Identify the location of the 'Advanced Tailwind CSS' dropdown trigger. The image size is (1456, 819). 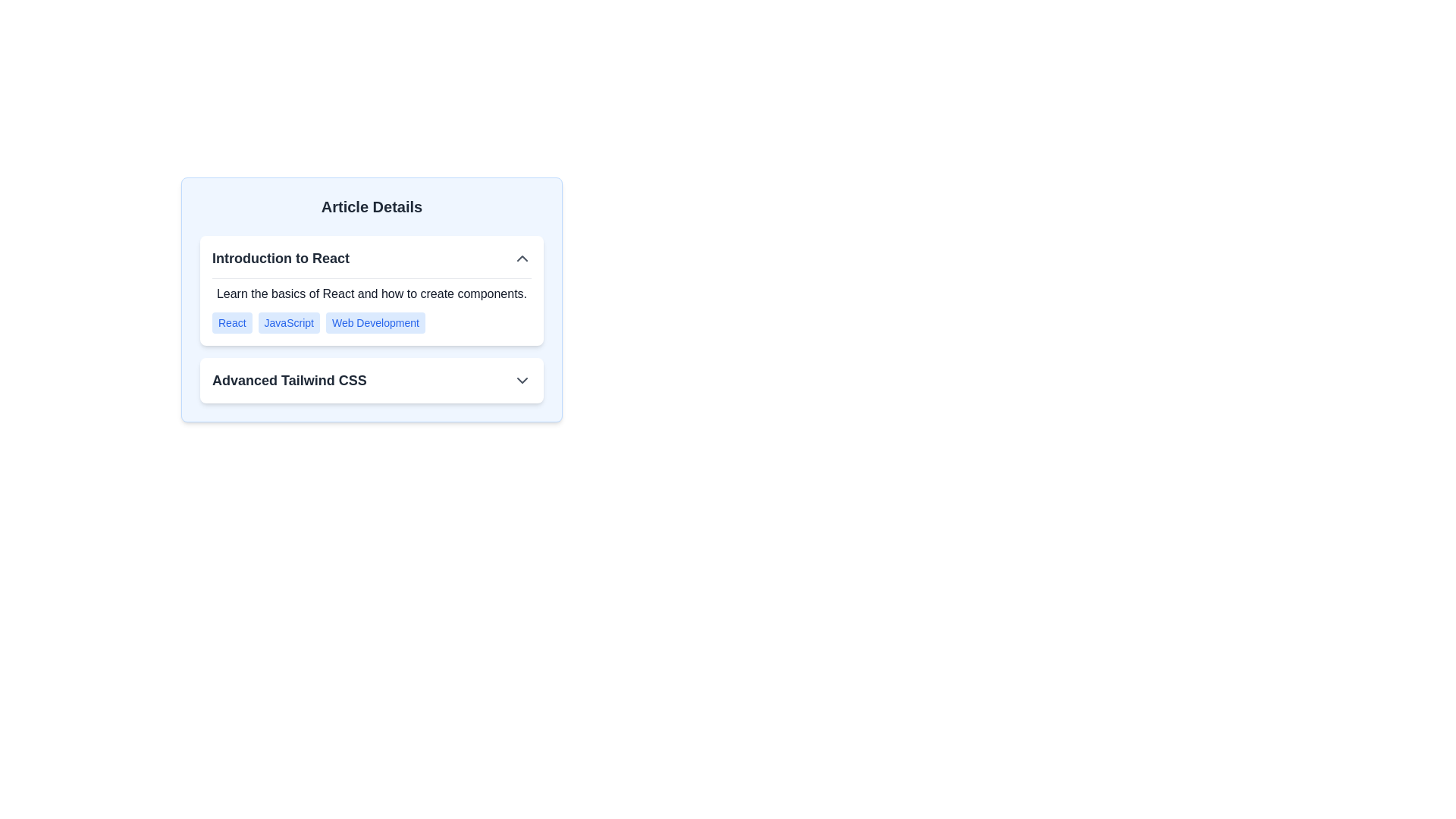
(372, 379).